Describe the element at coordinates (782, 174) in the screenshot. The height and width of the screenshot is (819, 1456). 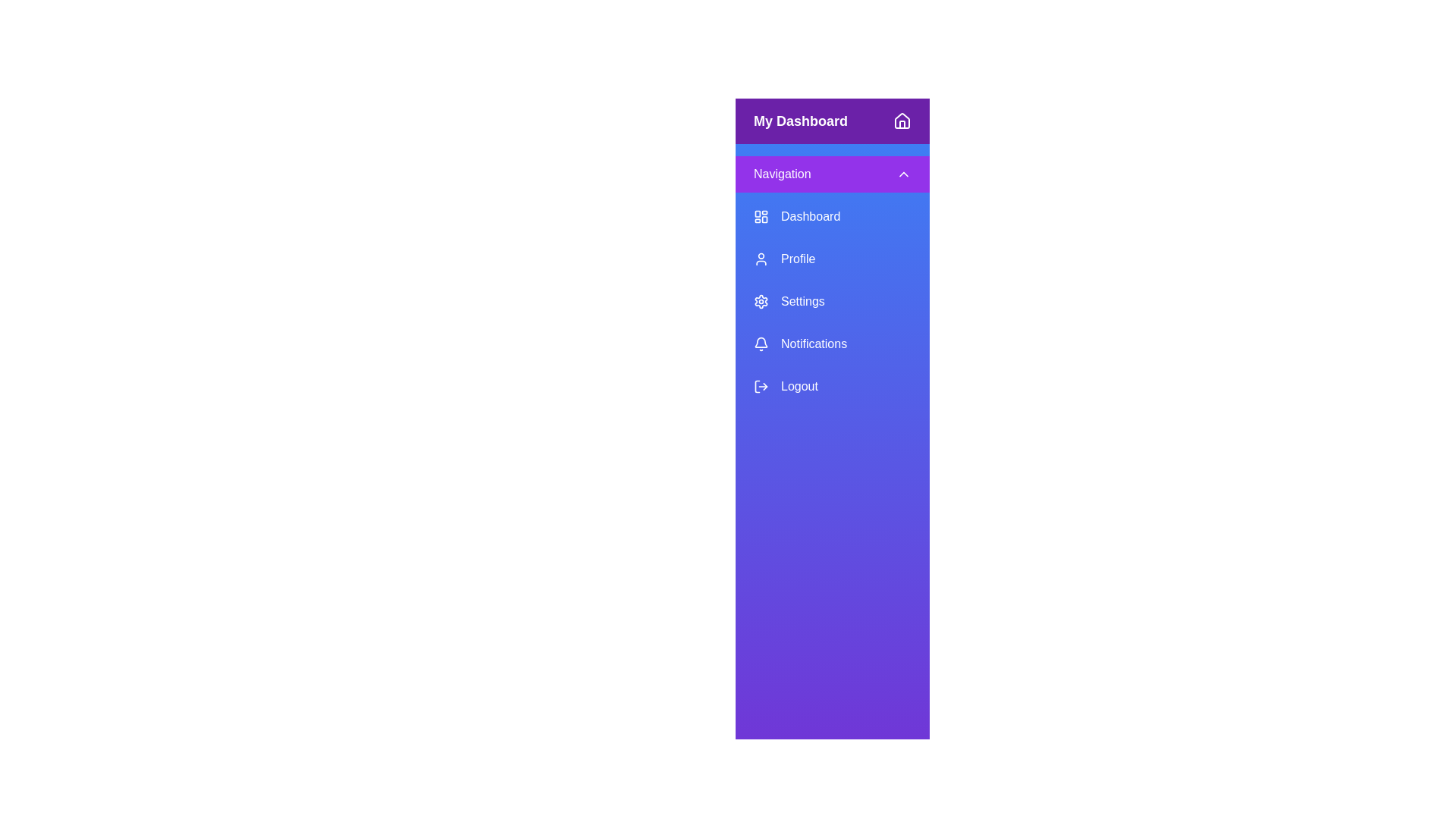
I see `the 'Navigation' text label, which is displayed in white font against a purple background, located in the header of the vertical navigation menu` at that location.